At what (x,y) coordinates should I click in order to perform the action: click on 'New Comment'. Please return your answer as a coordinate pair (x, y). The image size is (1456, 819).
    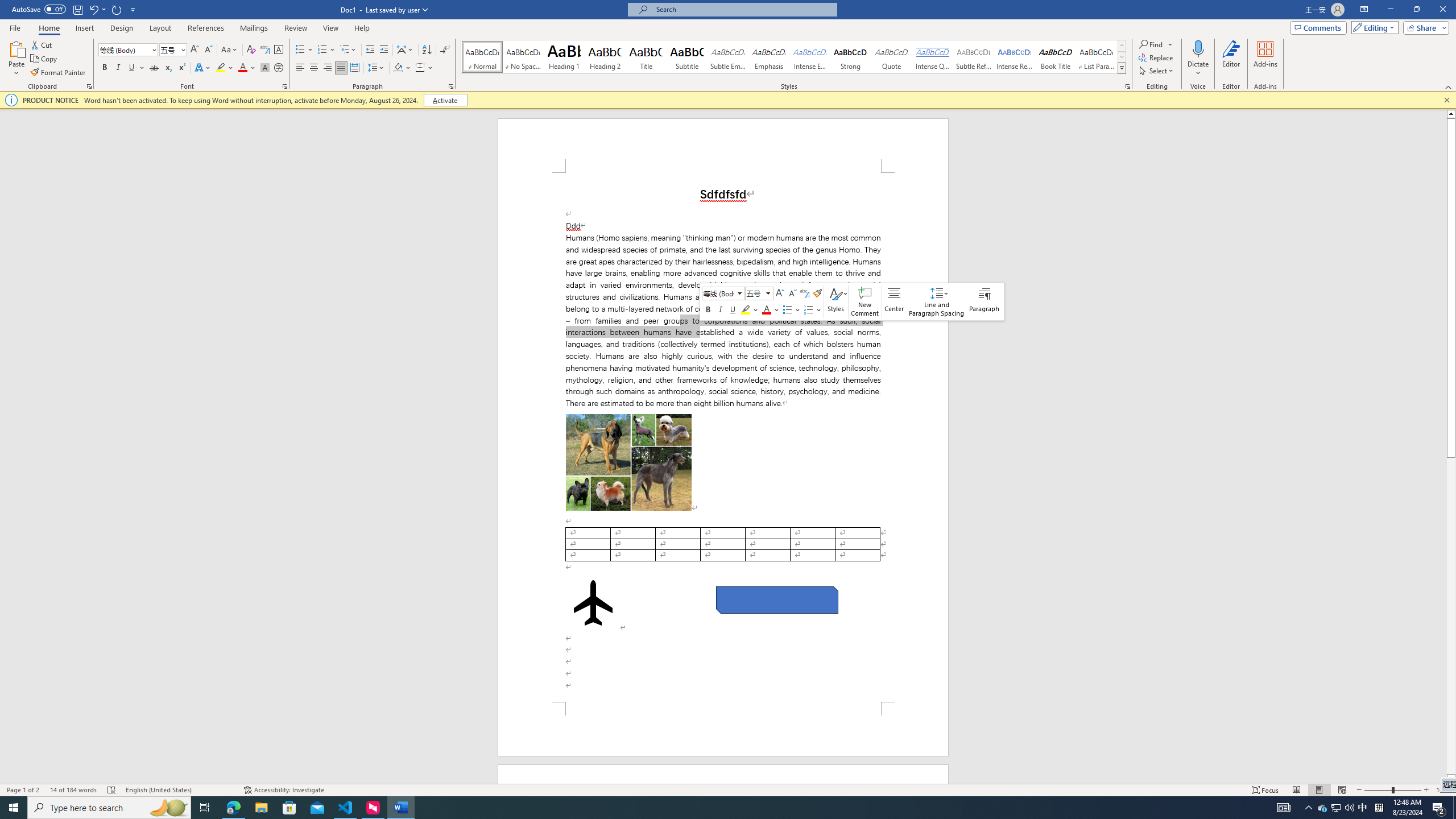
    Looking at the image, I should click on (864, 301).